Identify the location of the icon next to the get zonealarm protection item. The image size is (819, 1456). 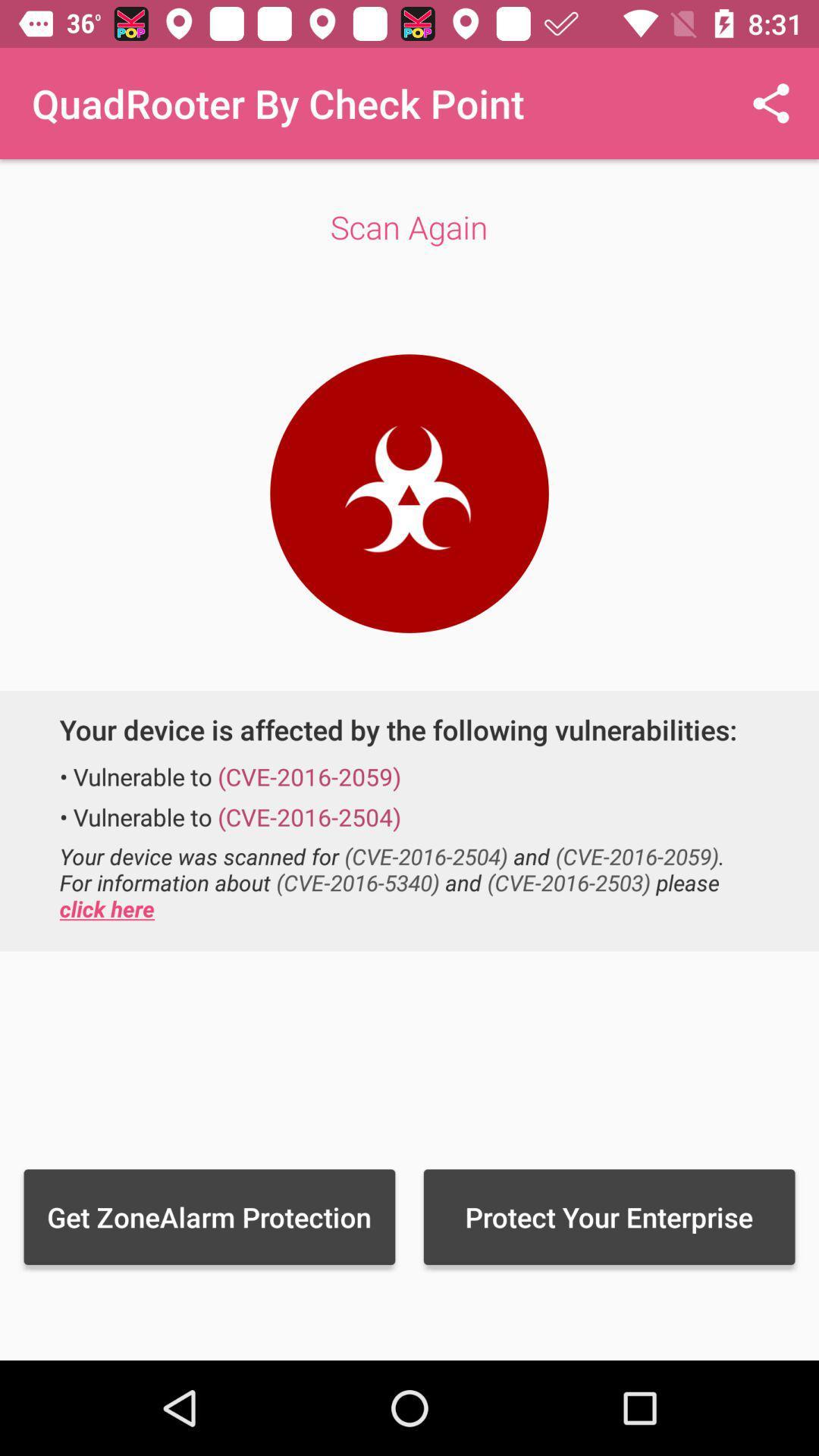
(608, 1216).